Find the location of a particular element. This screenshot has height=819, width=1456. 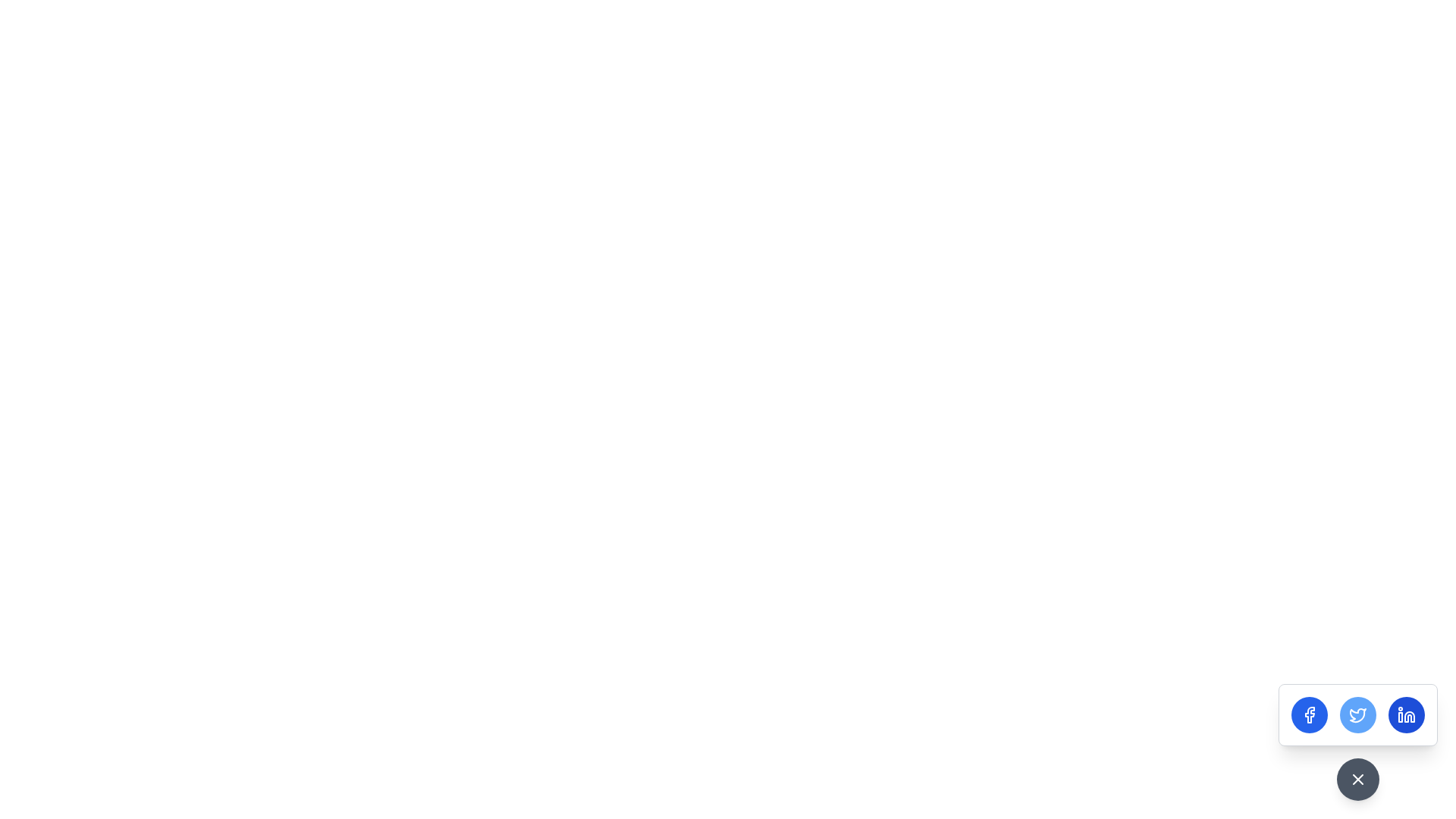

the Twitter icon, which is the second circular icon from the left in a group of four located in the bottom-right corner of the interface is located at coordinates (1357, 714).